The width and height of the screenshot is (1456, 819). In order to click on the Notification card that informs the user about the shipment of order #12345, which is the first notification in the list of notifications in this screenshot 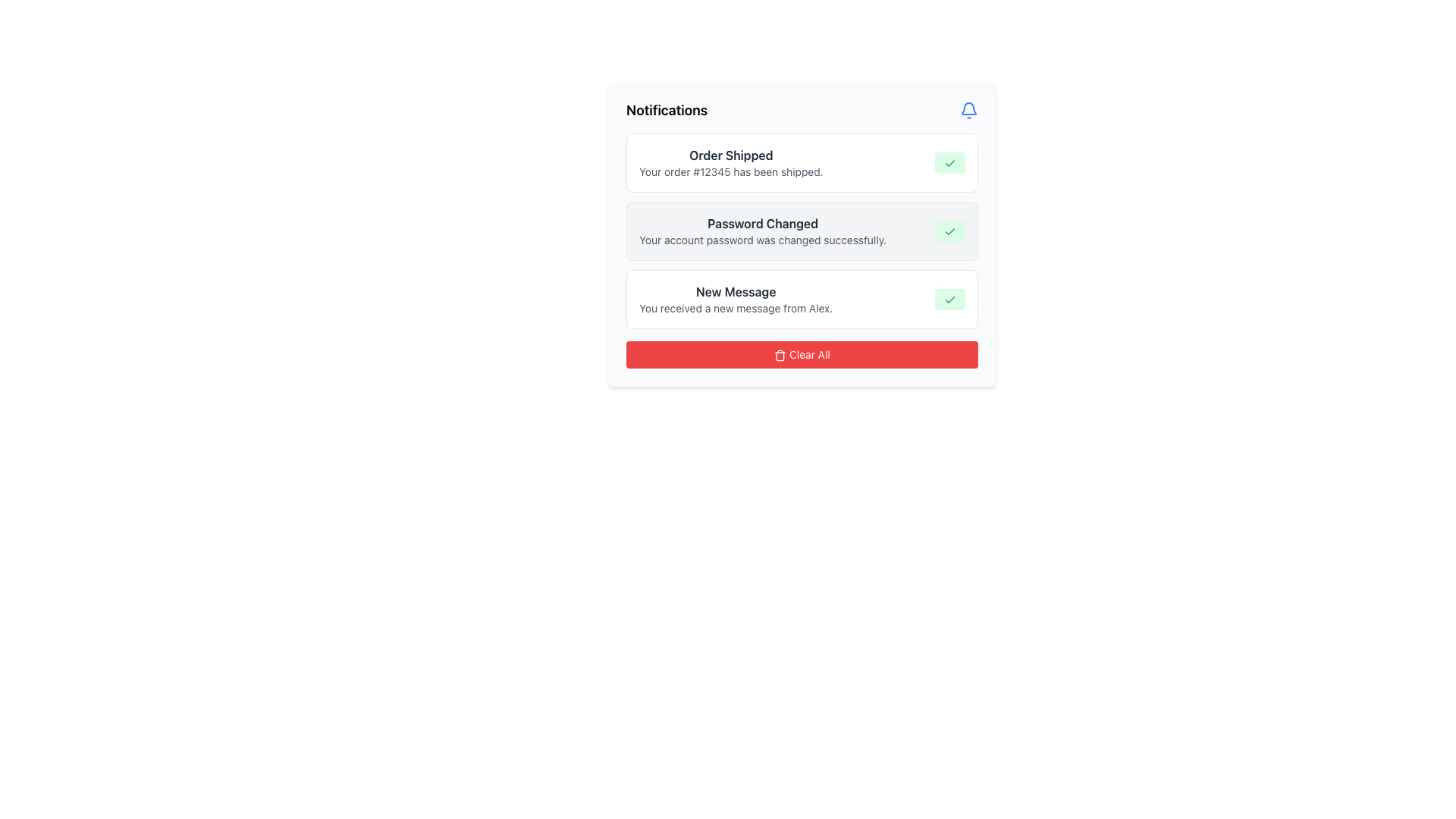, I will do `click(801, 163)`.